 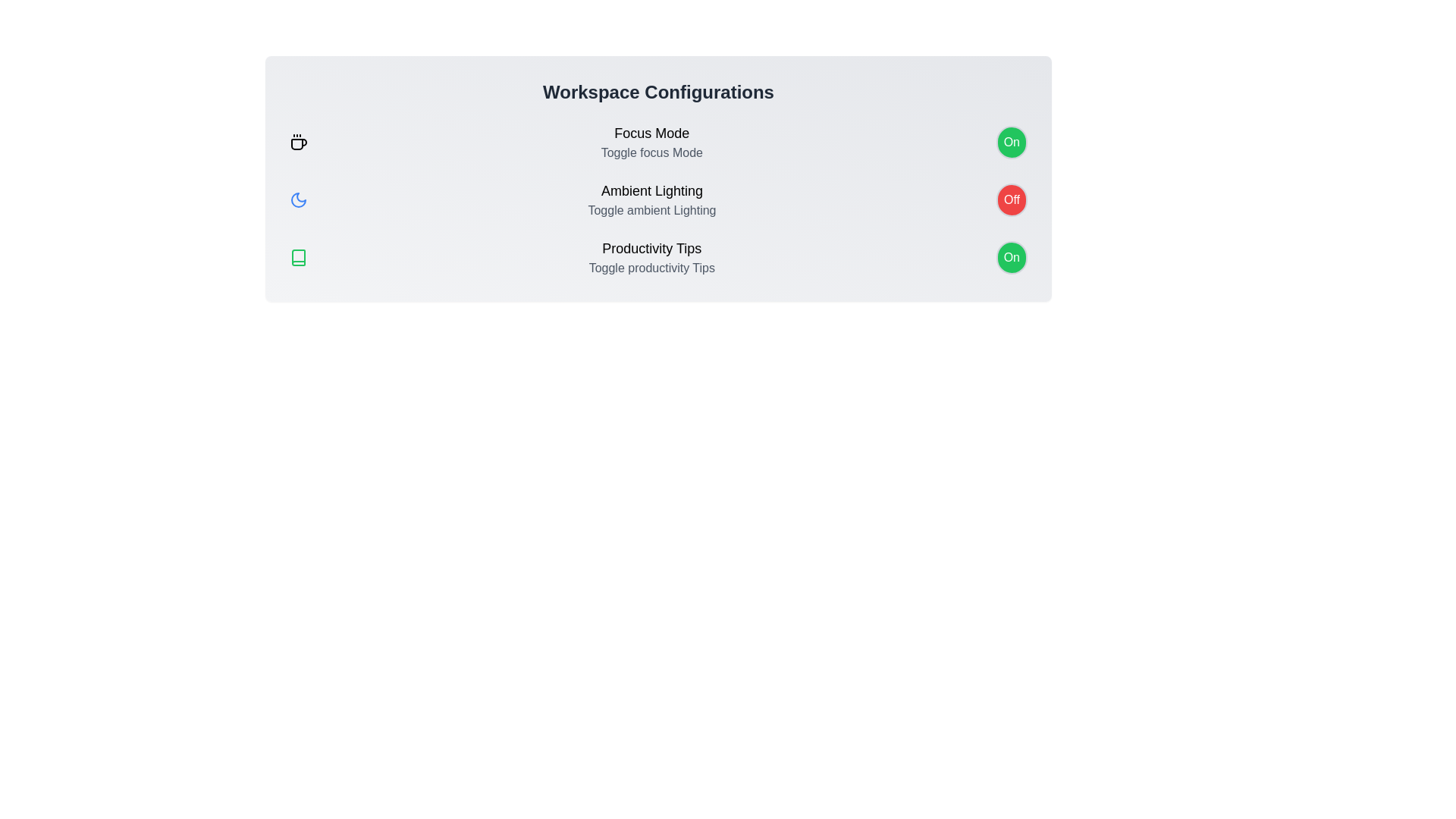 I want to click on the icon representing focus_mode to toggle its state, so click(x=298, y=143).